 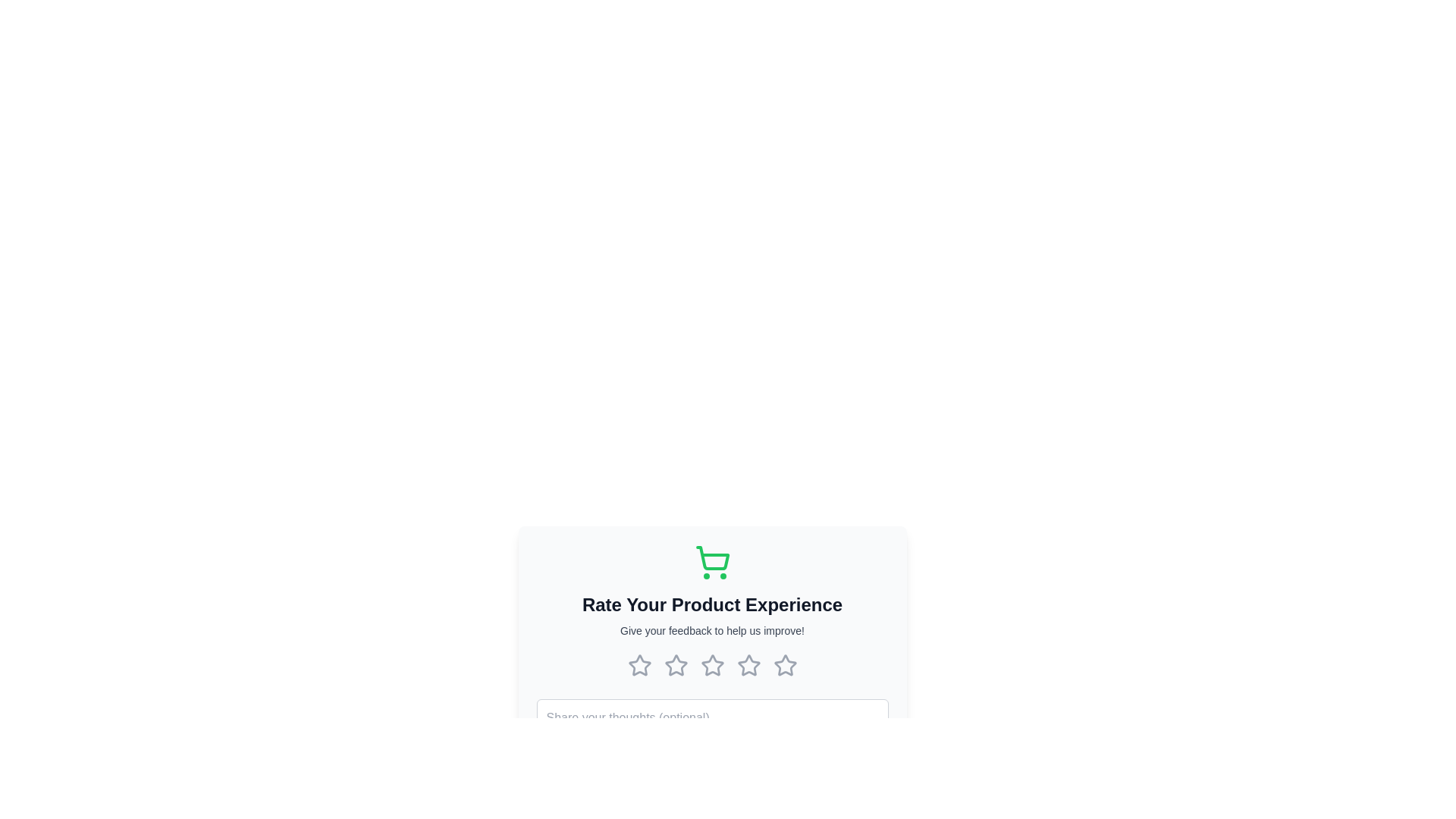 What do you see at coordinates (748, 665) in the screenshot?
I see `the third star icon in the interactive star rating system` at bounding box center [748, 665].